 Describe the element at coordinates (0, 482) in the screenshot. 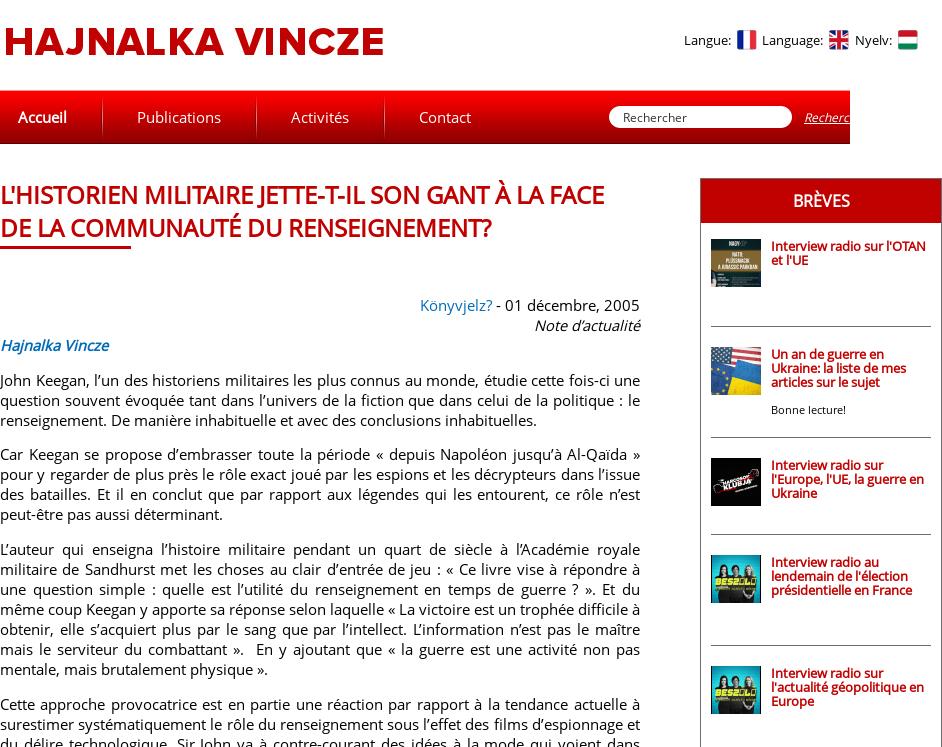

I see `'Car Keegan se propose d’embrasser toute la période « depuis Napoléon jusqu’à Al-Qaïda » pour y regarder de plus près le rôle exact joué par les espions et les décrypteurs dans l’issue des batailles. Et il en conclut que par rapport aux légendes qui les entourent, ce rôle n’est peut-être pas aussi déterminant.'` at that location.